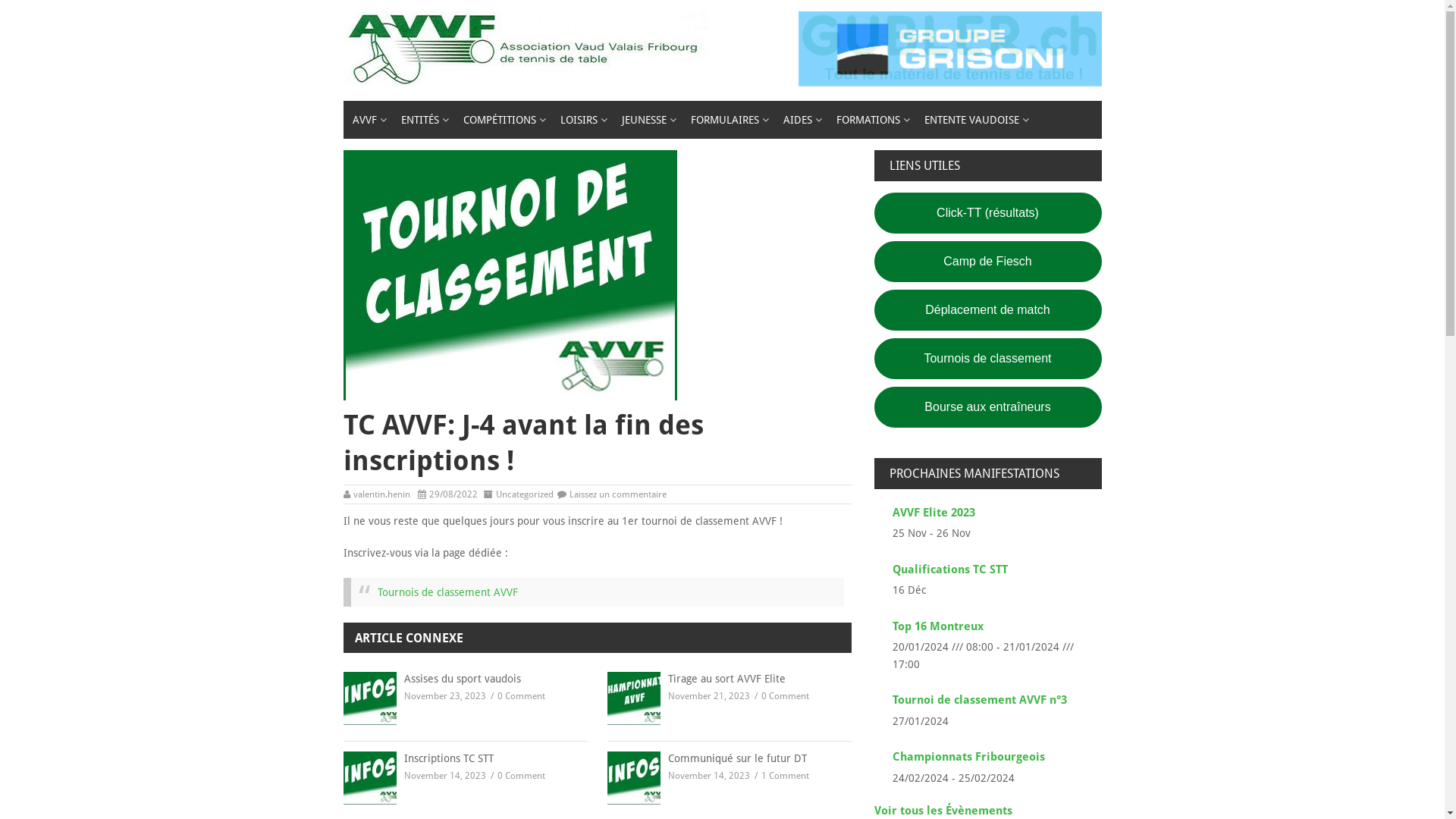  Describe the element at coordinates (987, 359) in the screenshot. I see `'Tournois de classement'` at that location.